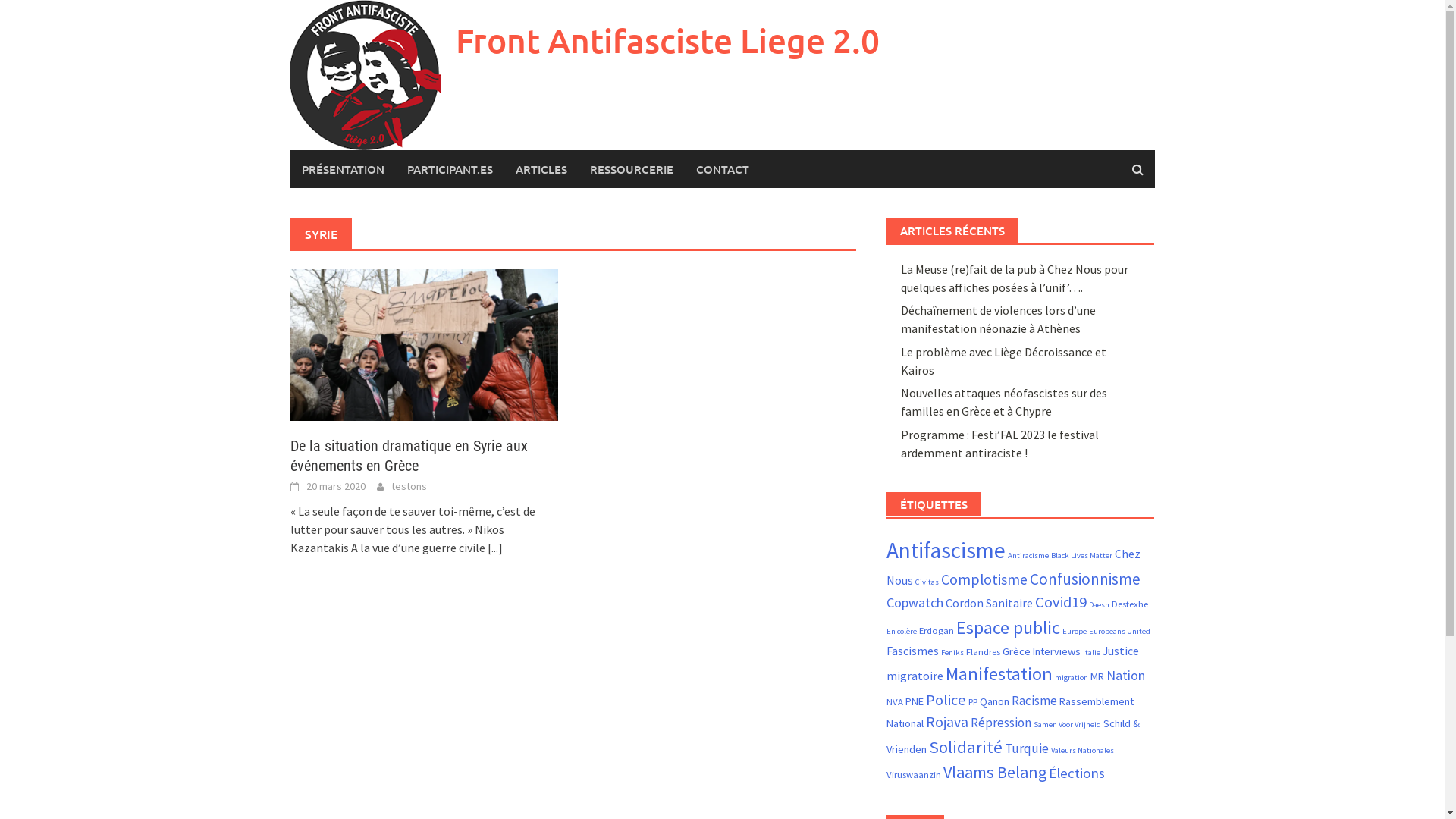 This screenshot has height=819, width=1456. What do you see at coordinates (895, 701) in the screenshot?
I see `'NVA'` at bounding box center [895, 701].